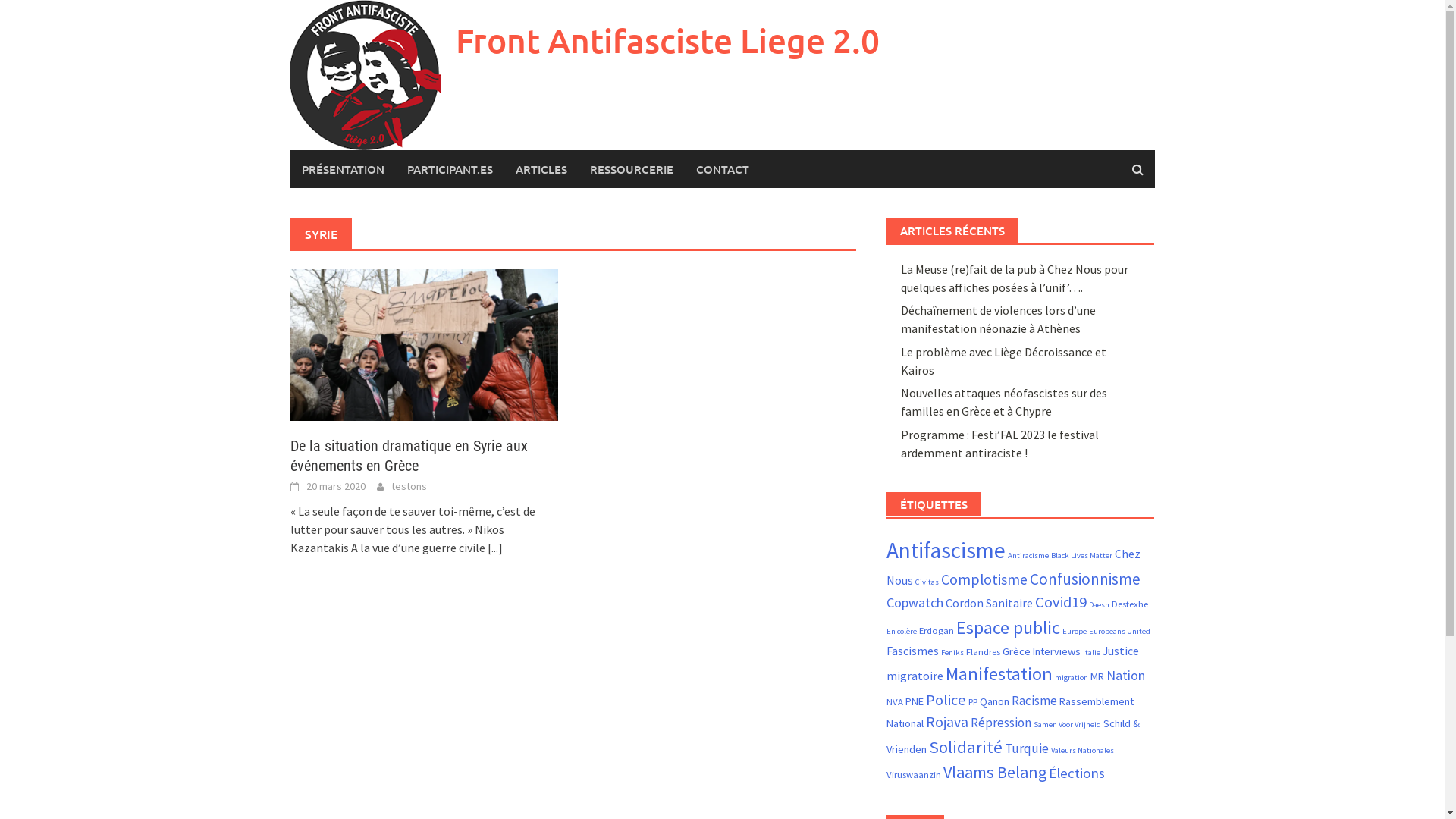 This screenshot has height=819, width=1456. What do you see at coordinates (895, 701) in the screenshot?
I see `'NVA'` at bounding box center [895, 701].